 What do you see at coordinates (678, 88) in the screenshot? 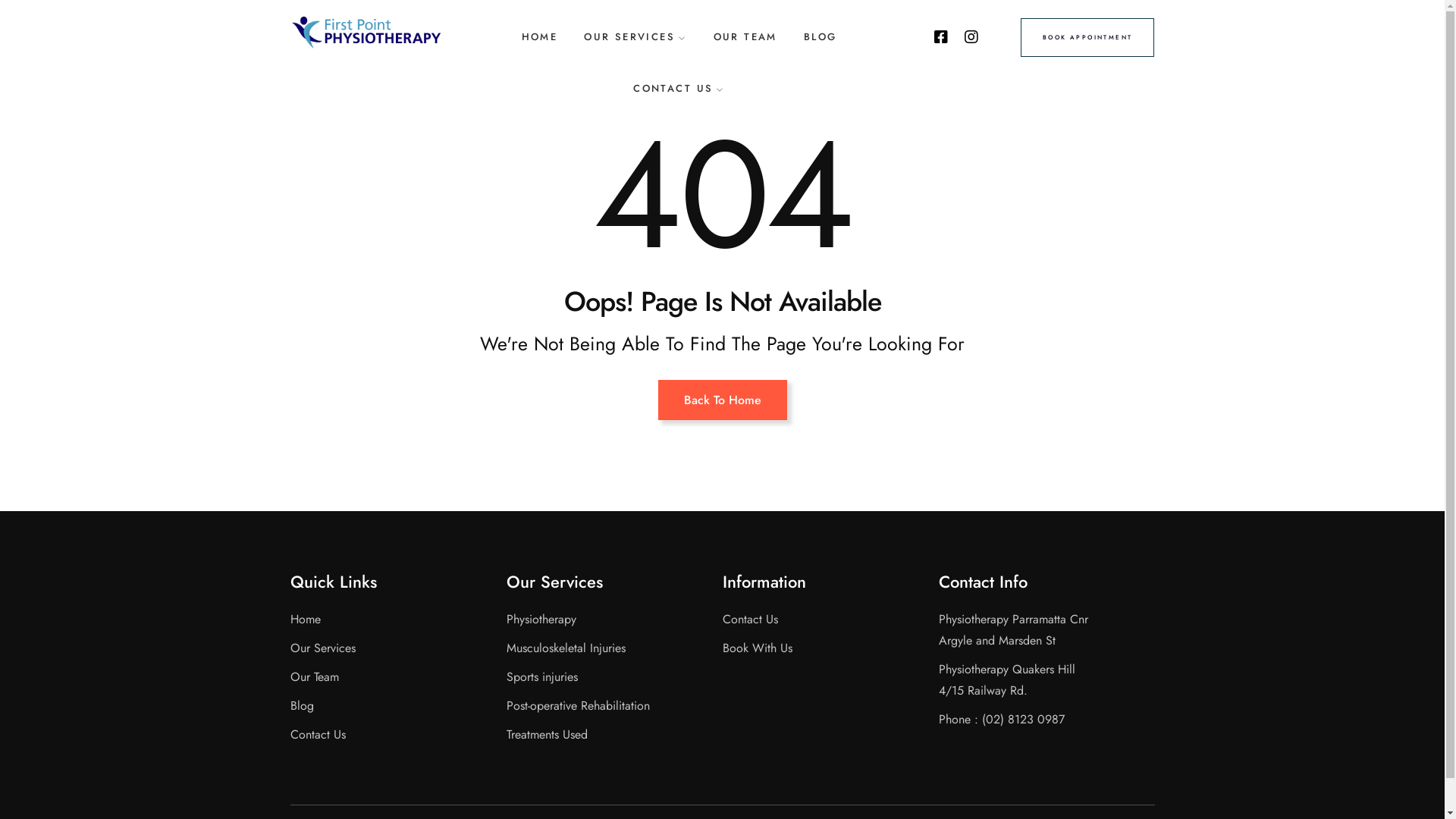
I see `'CONTACT US'` at bounding box center [678, 88].